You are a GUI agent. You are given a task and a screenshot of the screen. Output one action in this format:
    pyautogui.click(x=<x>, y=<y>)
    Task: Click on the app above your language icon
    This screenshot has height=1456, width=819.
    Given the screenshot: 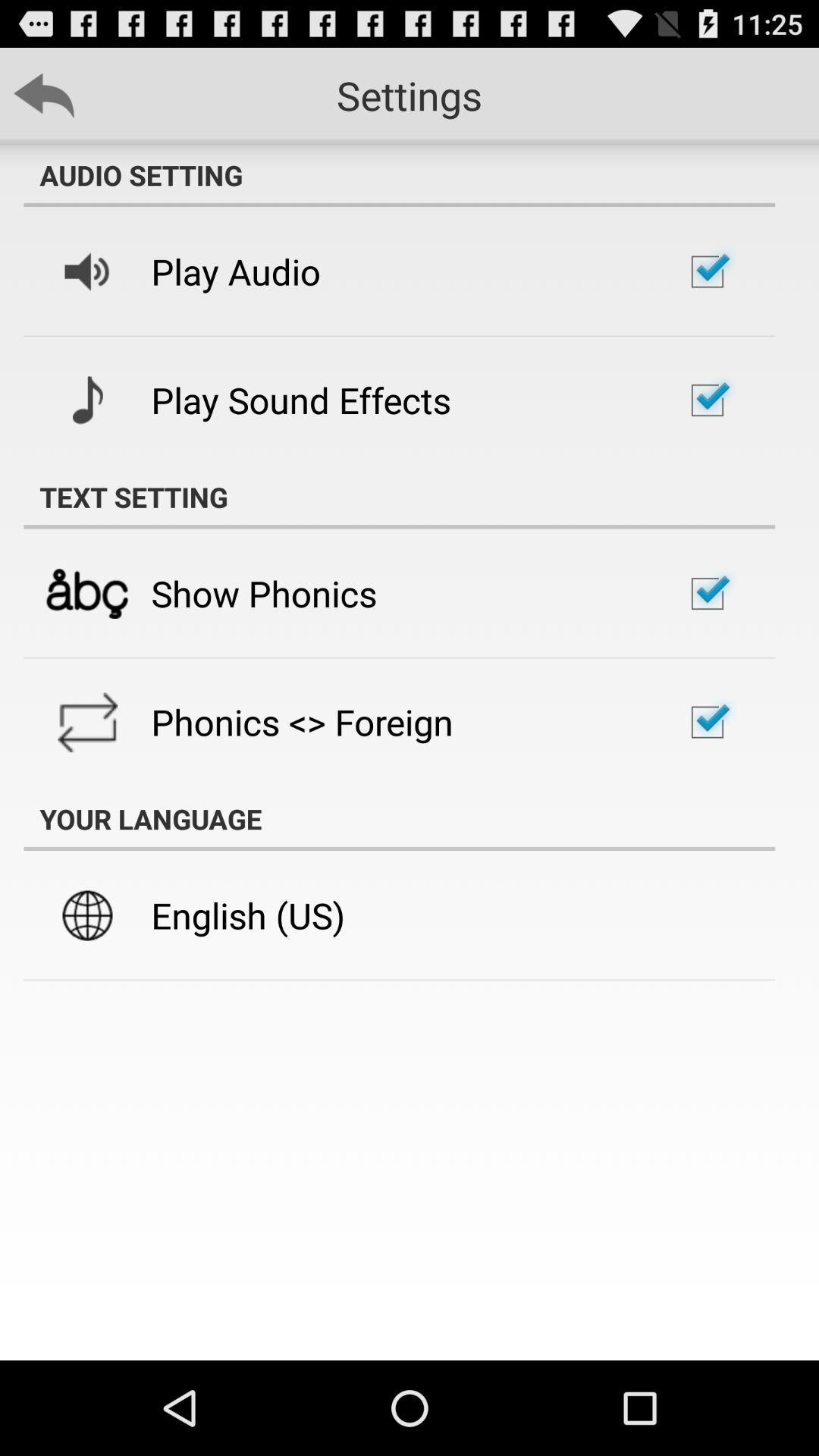 What is the action you would take?
    pyautogui.click(x=302, y=721)
    